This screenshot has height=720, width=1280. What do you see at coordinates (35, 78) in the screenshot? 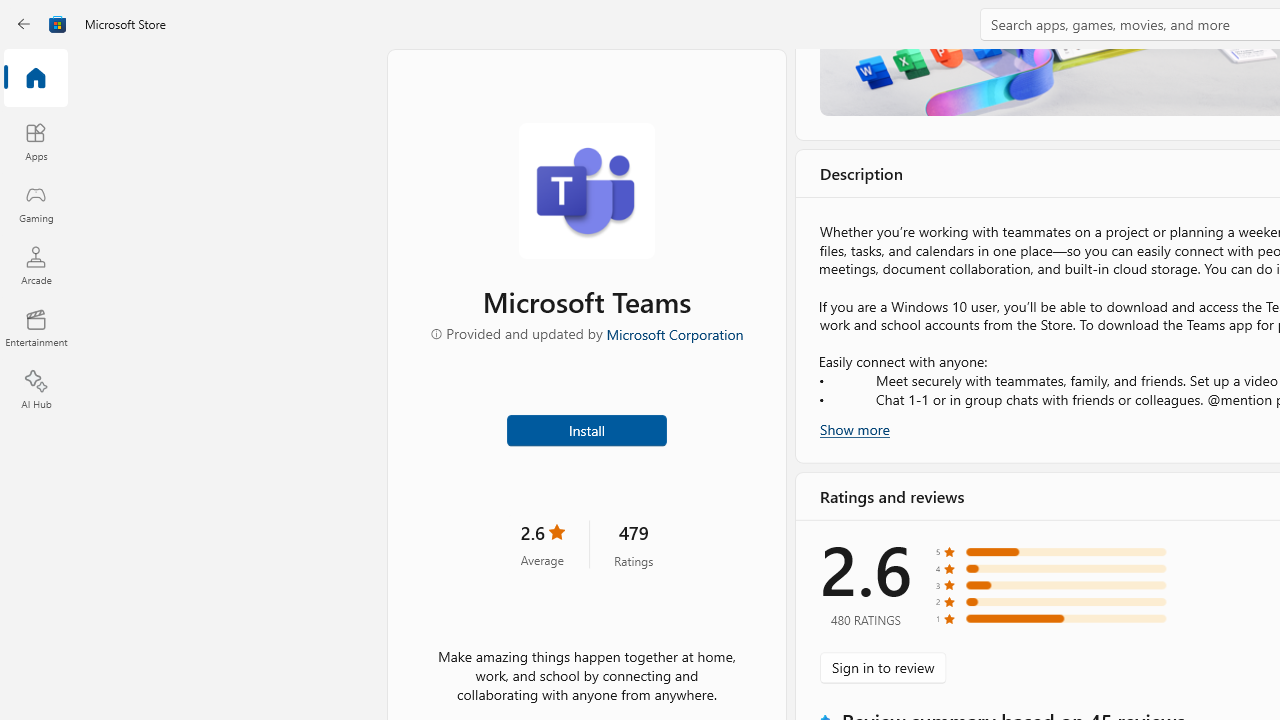
I see `'Home'` at bounding box center [35, 78].